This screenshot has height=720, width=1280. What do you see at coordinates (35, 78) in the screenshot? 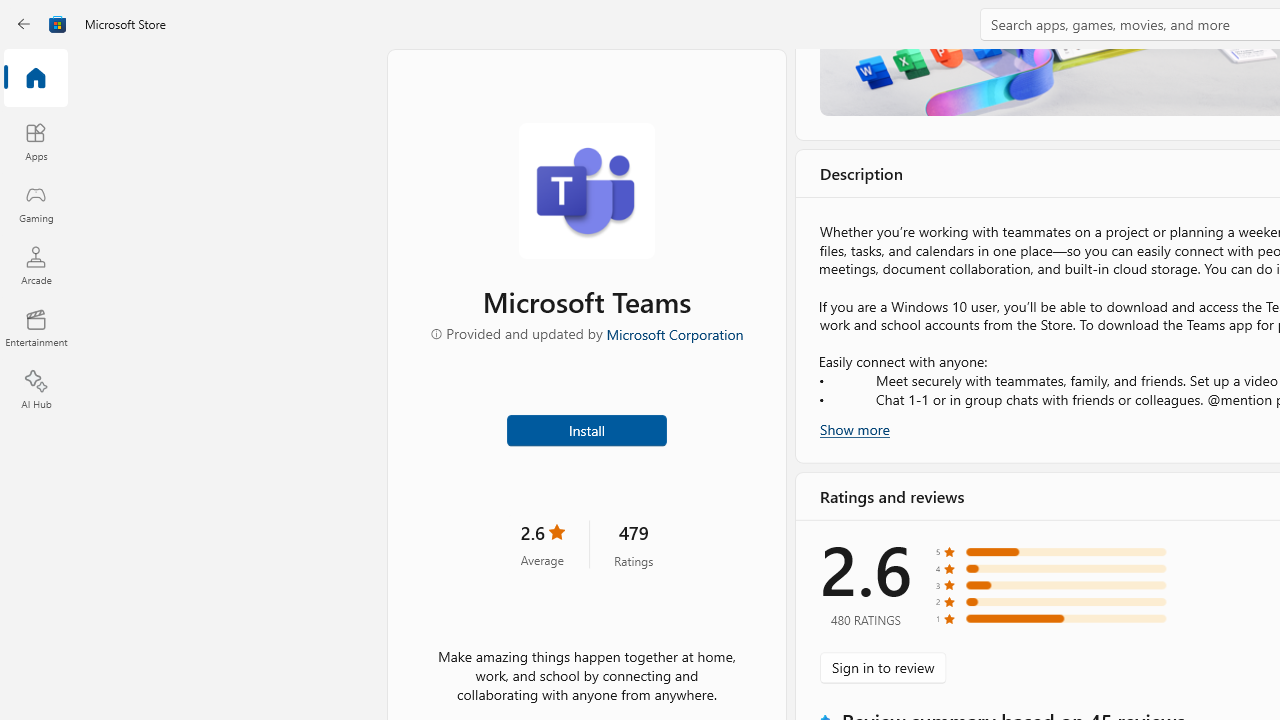
I see `'Home'` at bounding box center [35, 78].